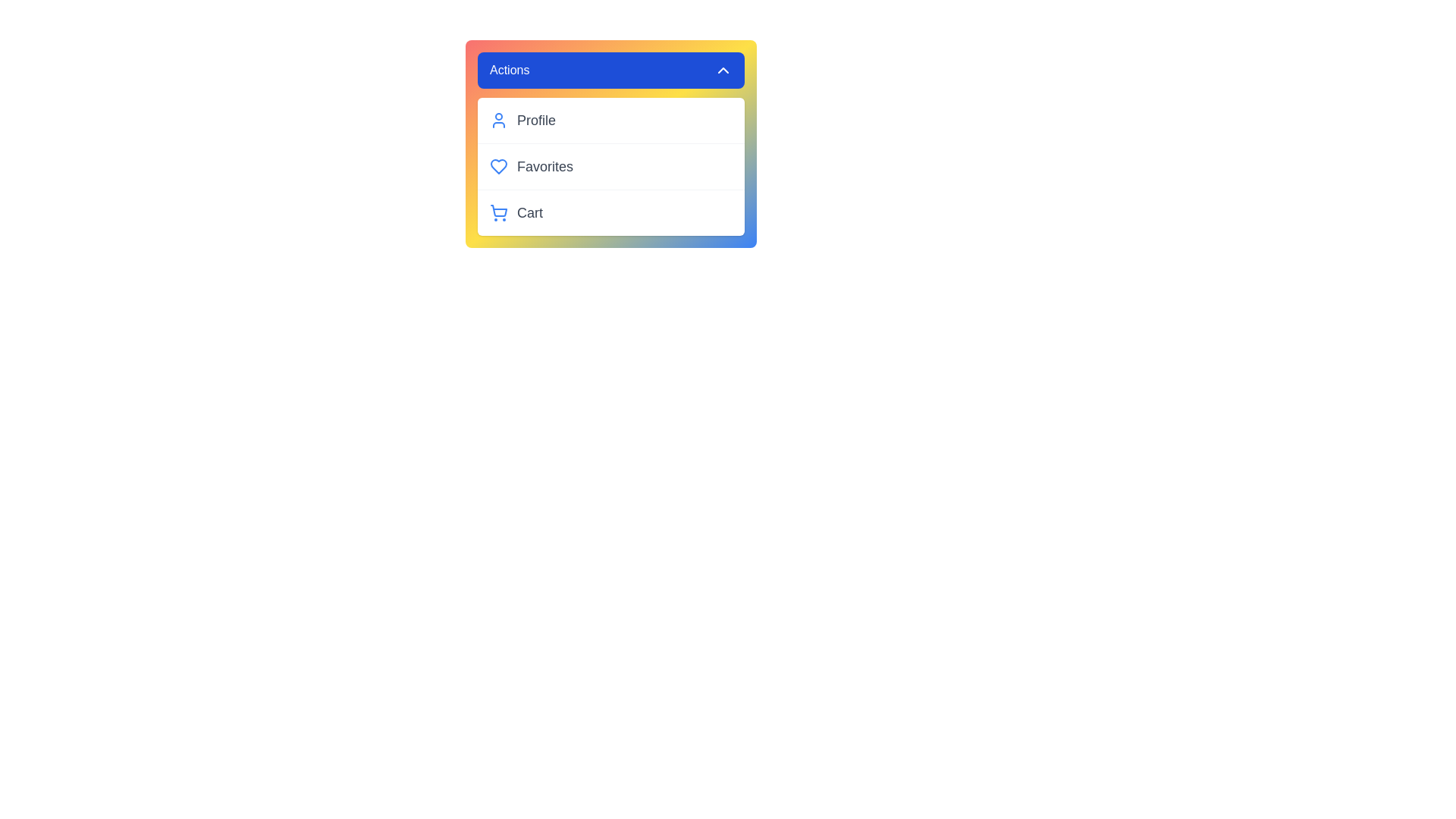  Describe the element at coordinates (611, 212) in the screenshot. I see `the 'Cart' menu item in the dropdown menu, which is the third item listed below 'Profile' and 'Favorites'` at that location.